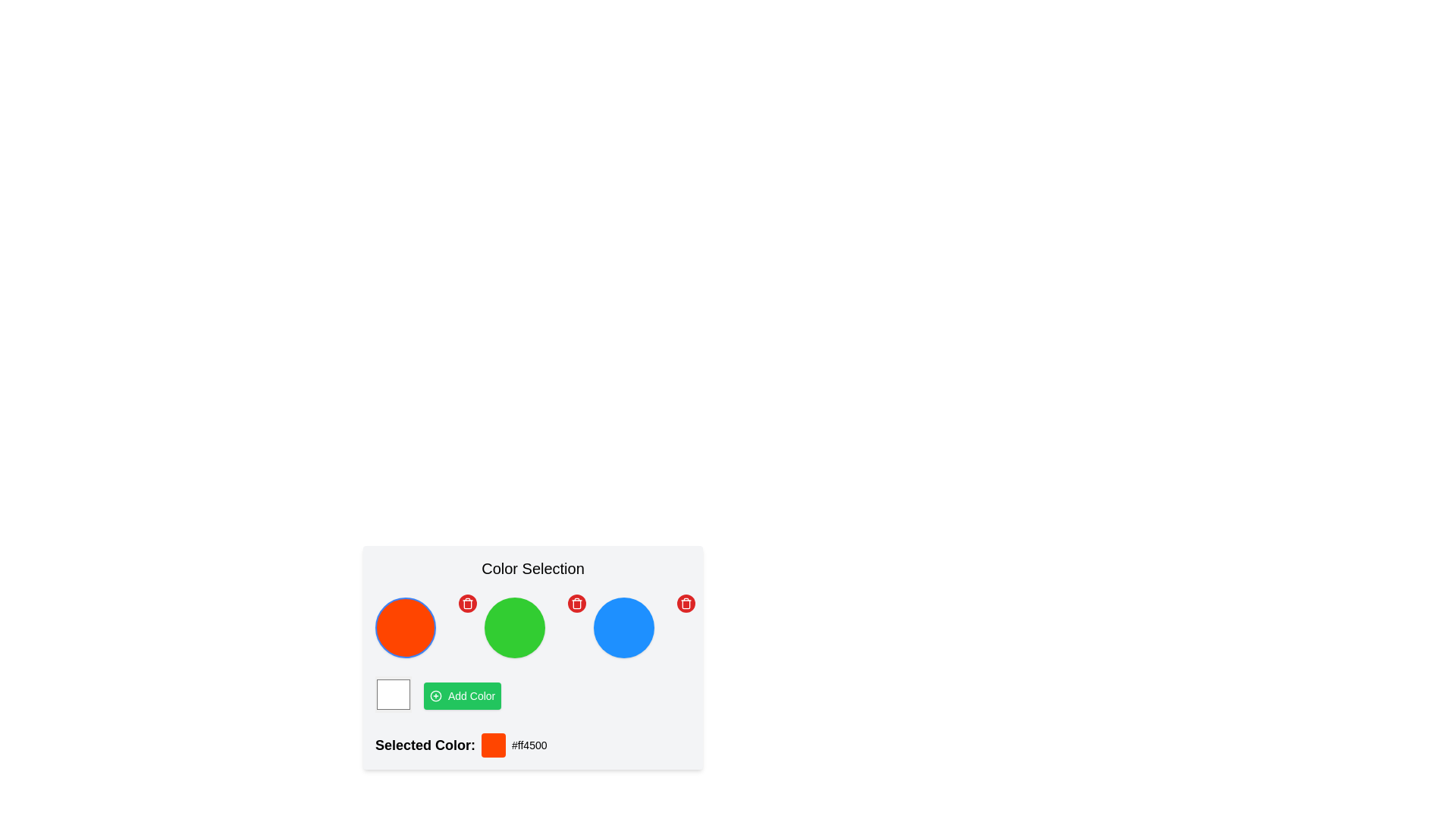 This screenshot has width=1456, height=819. Describe the element at coordinates (423, 628) in the screenshot. I see `the bright orange color selector with a thin blue border located on the leftmost side of the color selection interface` at that location.